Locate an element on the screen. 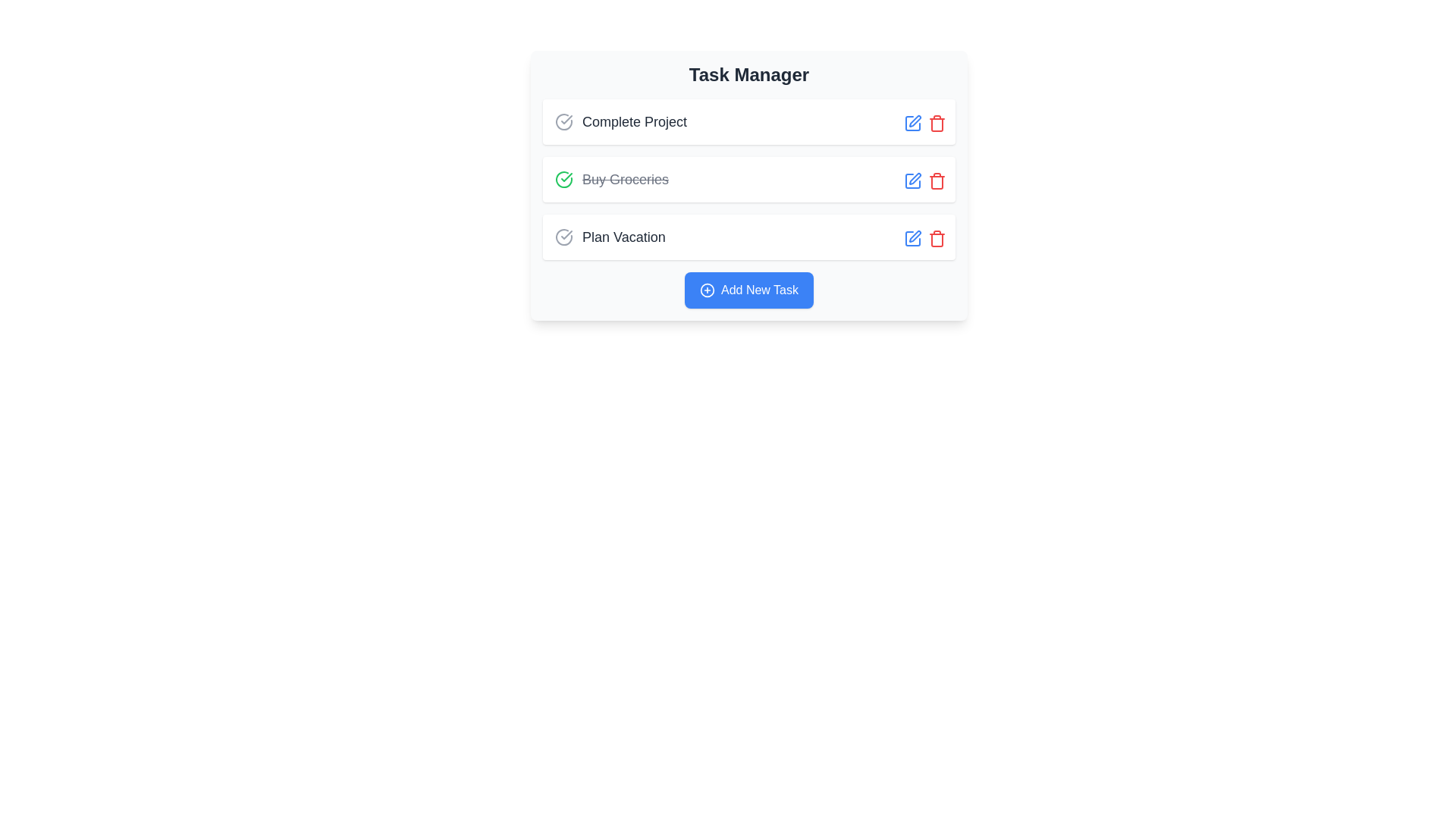 The width and height of the screenshot is (1456, 819). the blue rectangular button labeled 'Add New Task' located at the bottom of the 'Task Manager' section is located at coordinates (749, 290).